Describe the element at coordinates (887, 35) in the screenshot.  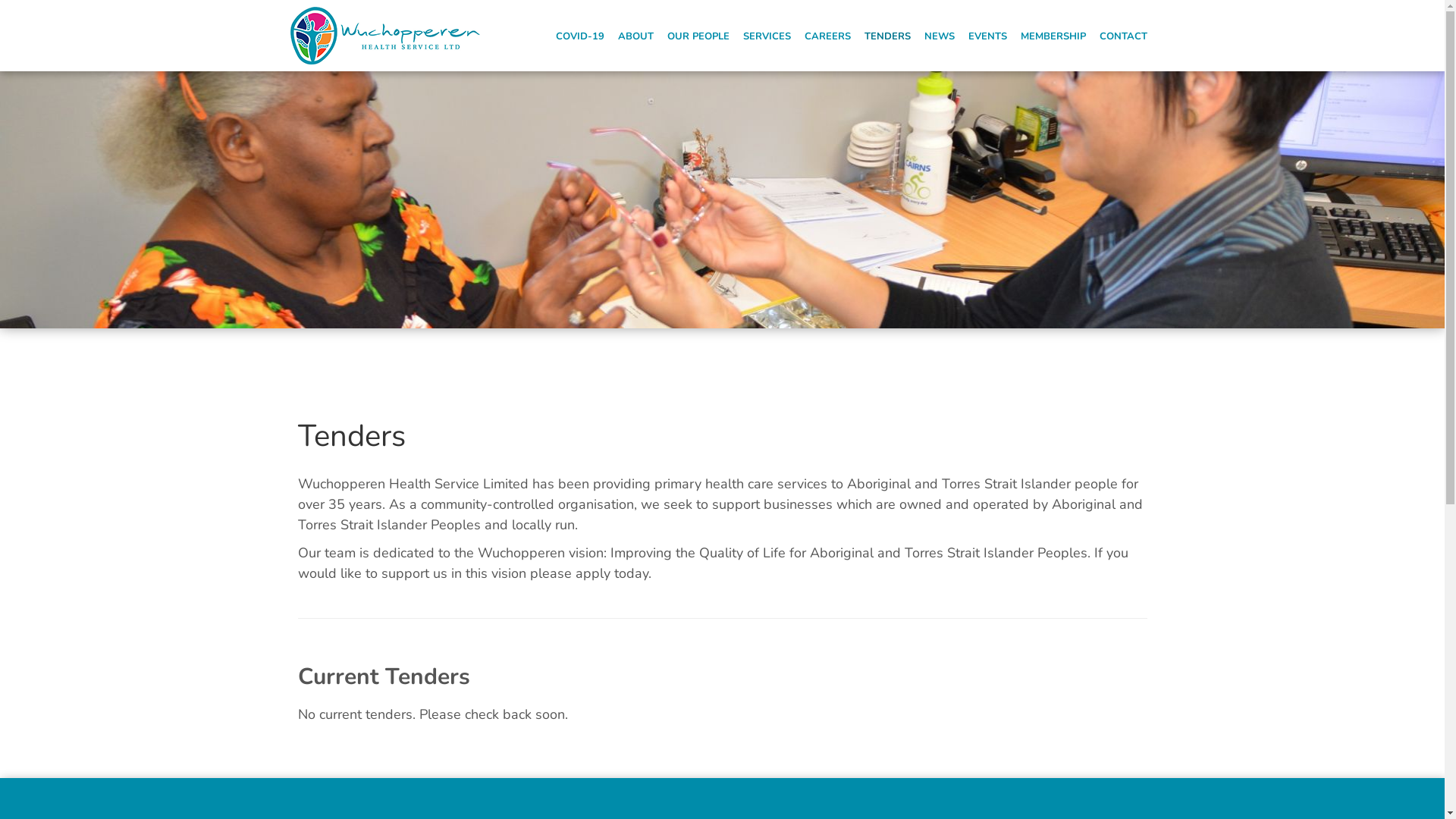
I see `'TENDERS'` at that location.